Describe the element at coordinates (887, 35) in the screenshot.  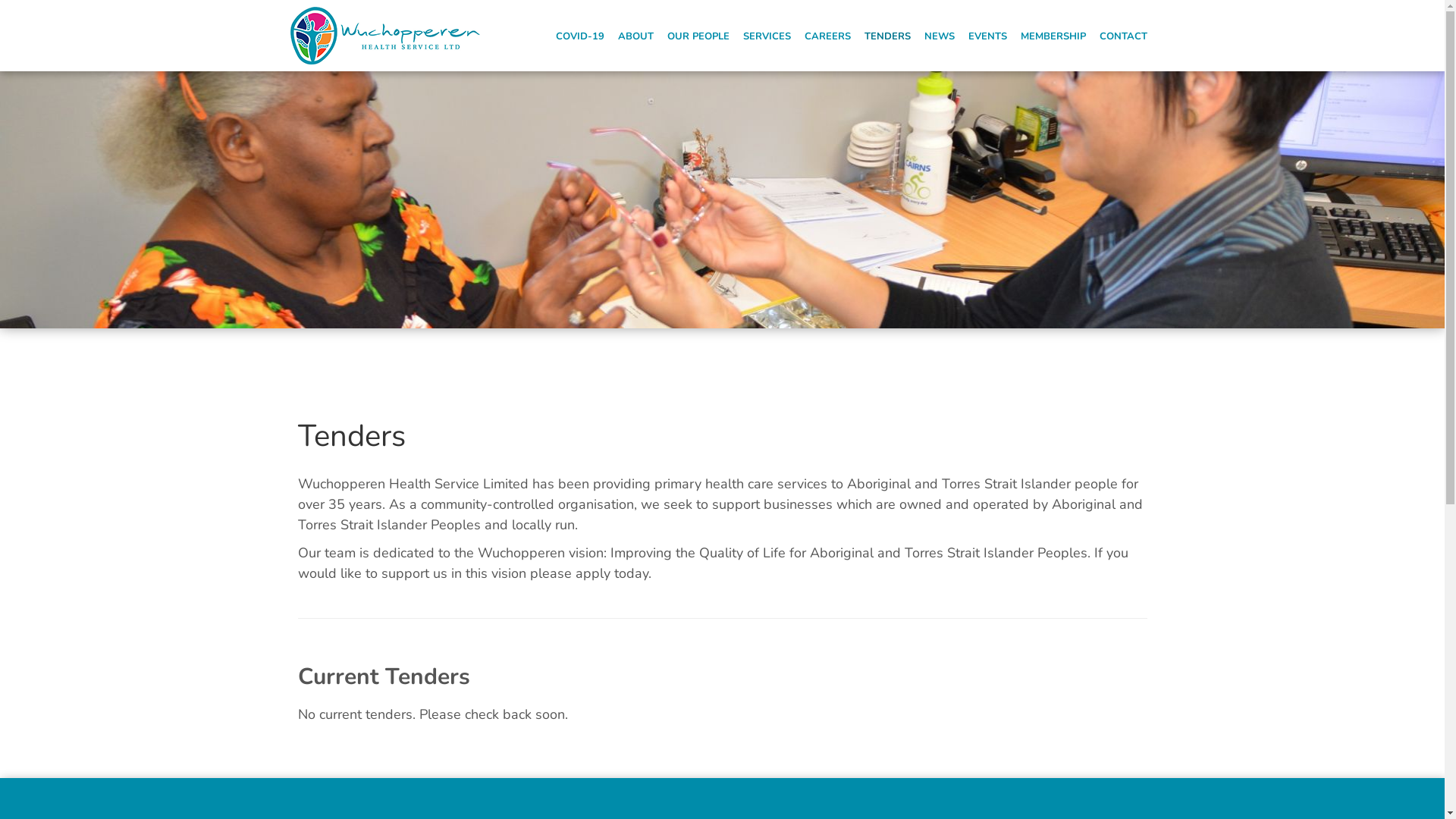
I see `'TENDERS'` at that location.